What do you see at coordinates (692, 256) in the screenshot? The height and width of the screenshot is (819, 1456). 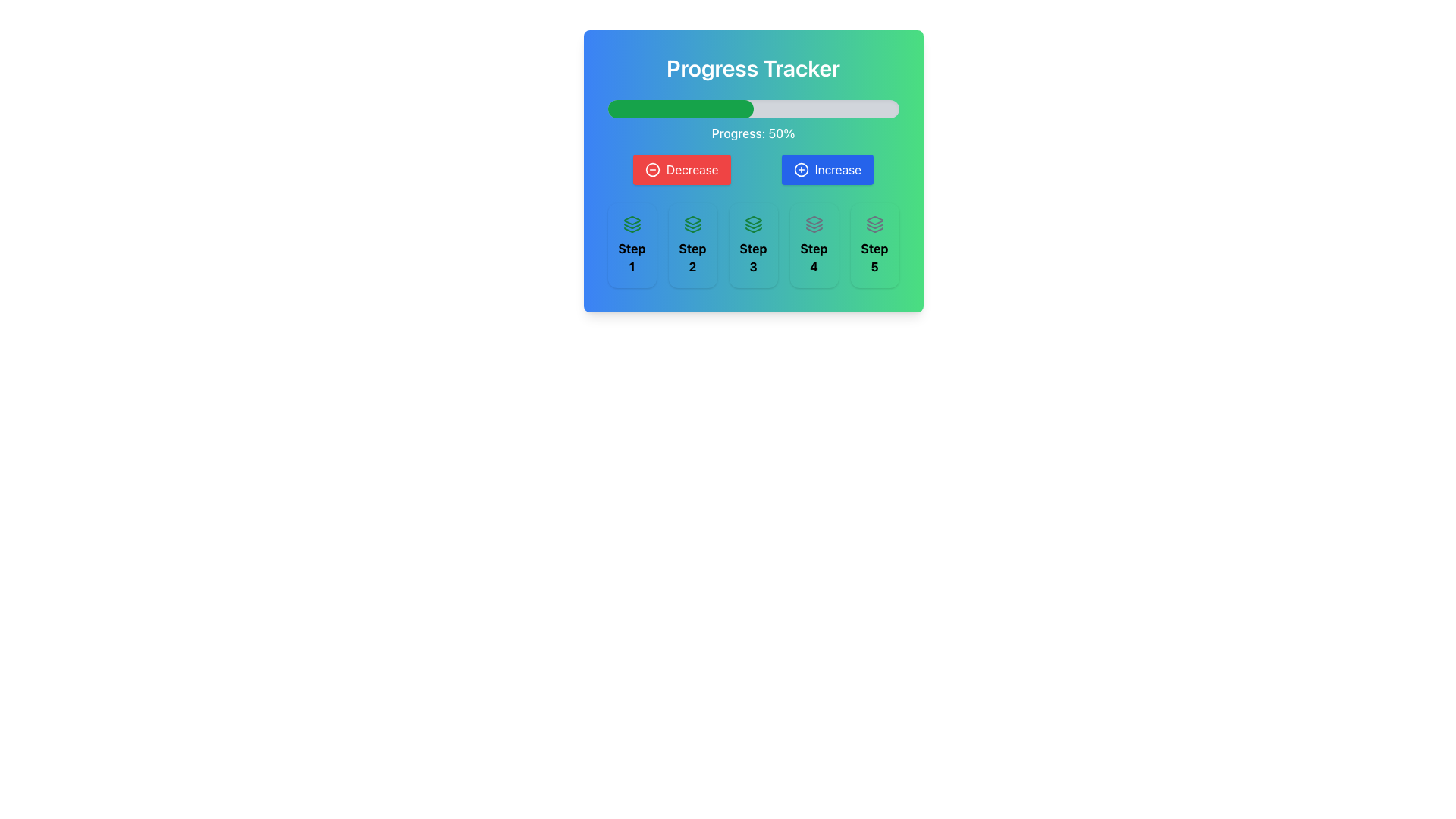 I see `text of the Text Label element displaying 'Step 2', which is bold and positioned below a layers icon in a vertical layout` at bounding box center [692, 256].